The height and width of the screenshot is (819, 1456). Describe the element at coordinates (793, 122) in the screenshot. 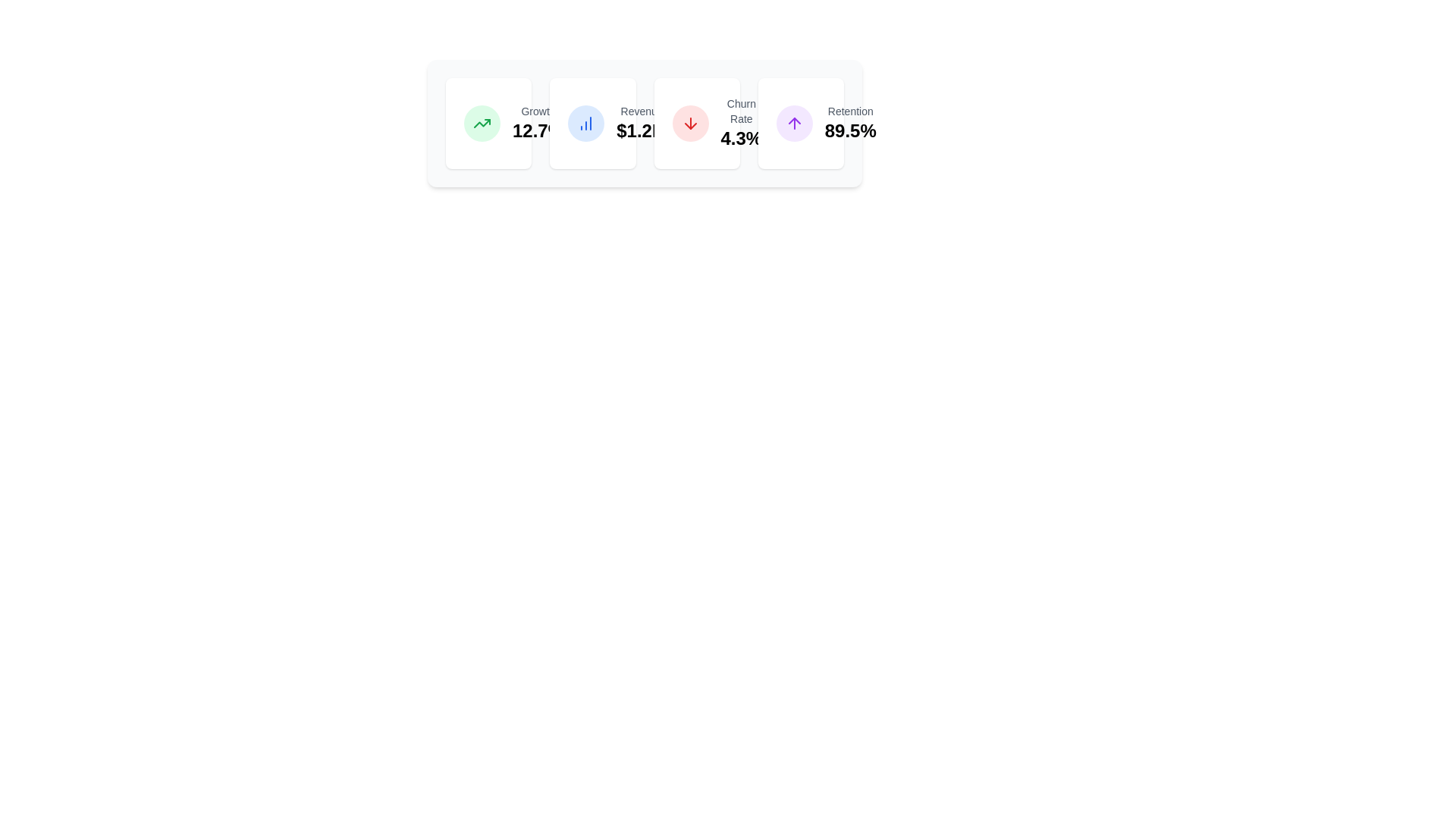

I see `the vibrant purple upward arrow icon within the rounded button that represents 'Retention'` at that location.